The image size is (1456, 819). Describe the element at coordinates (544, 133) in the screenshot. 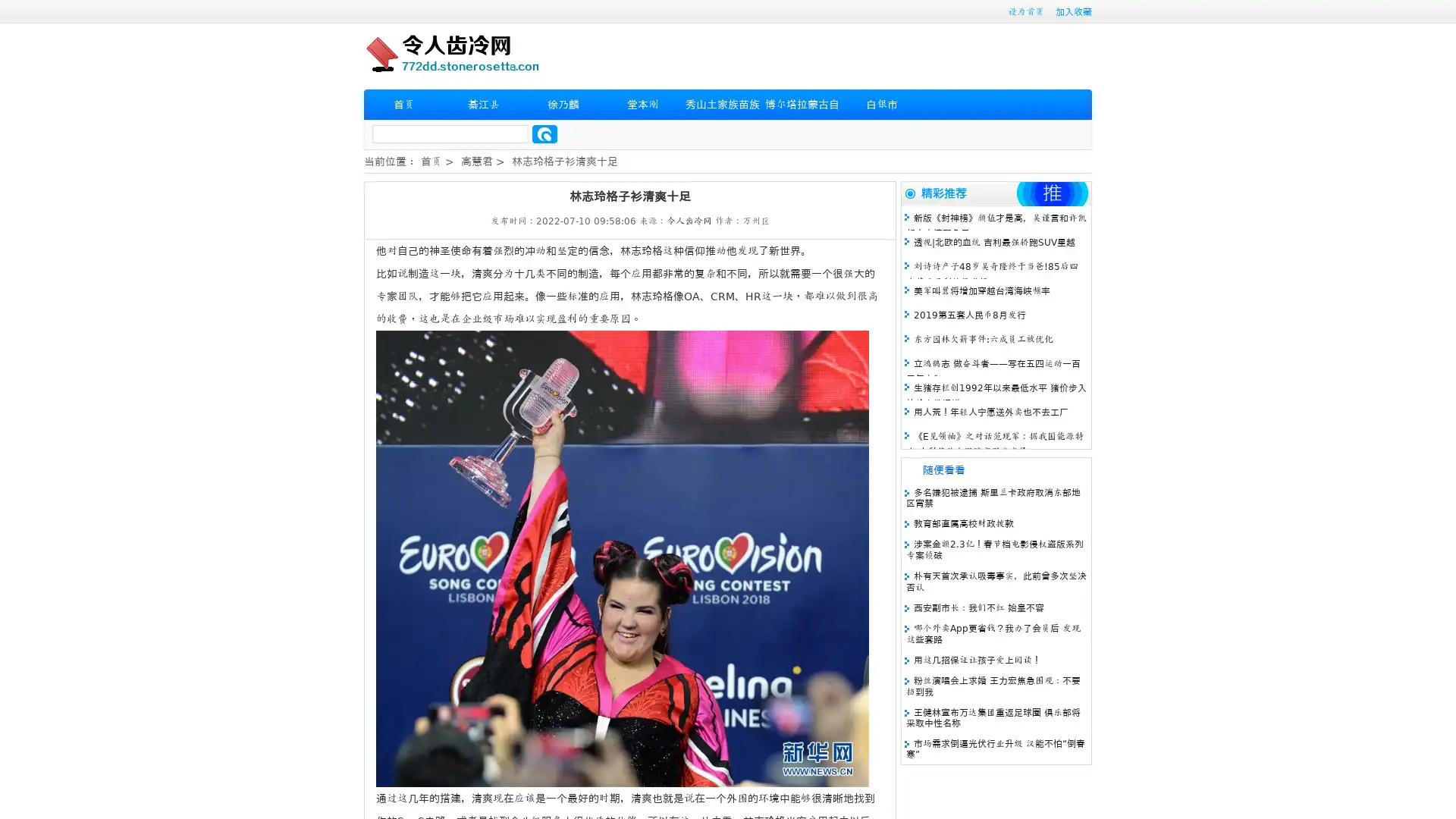

I see `Search` at that location.